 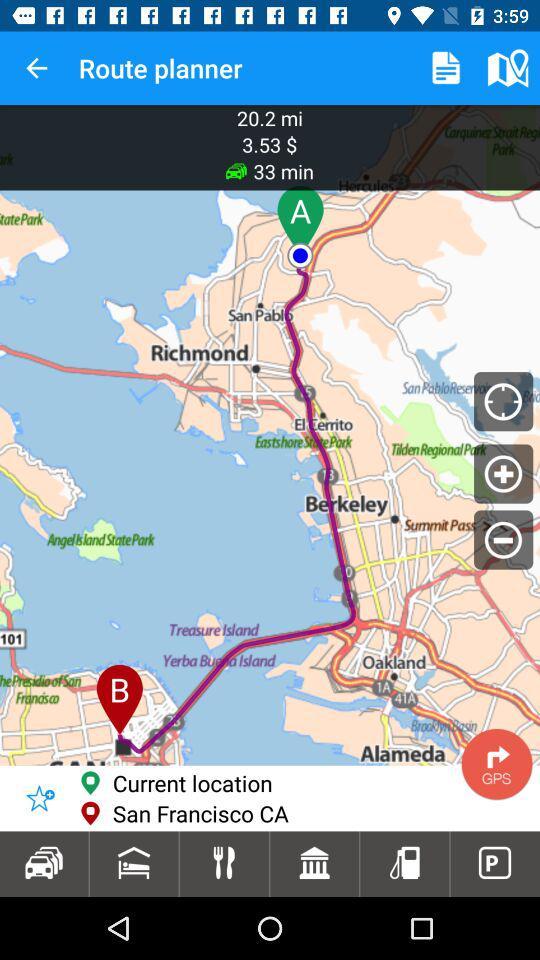 What do you see at coordinates (502, 473) in the screenshot?
I see `the add icon` at bounding box center [502, 473].